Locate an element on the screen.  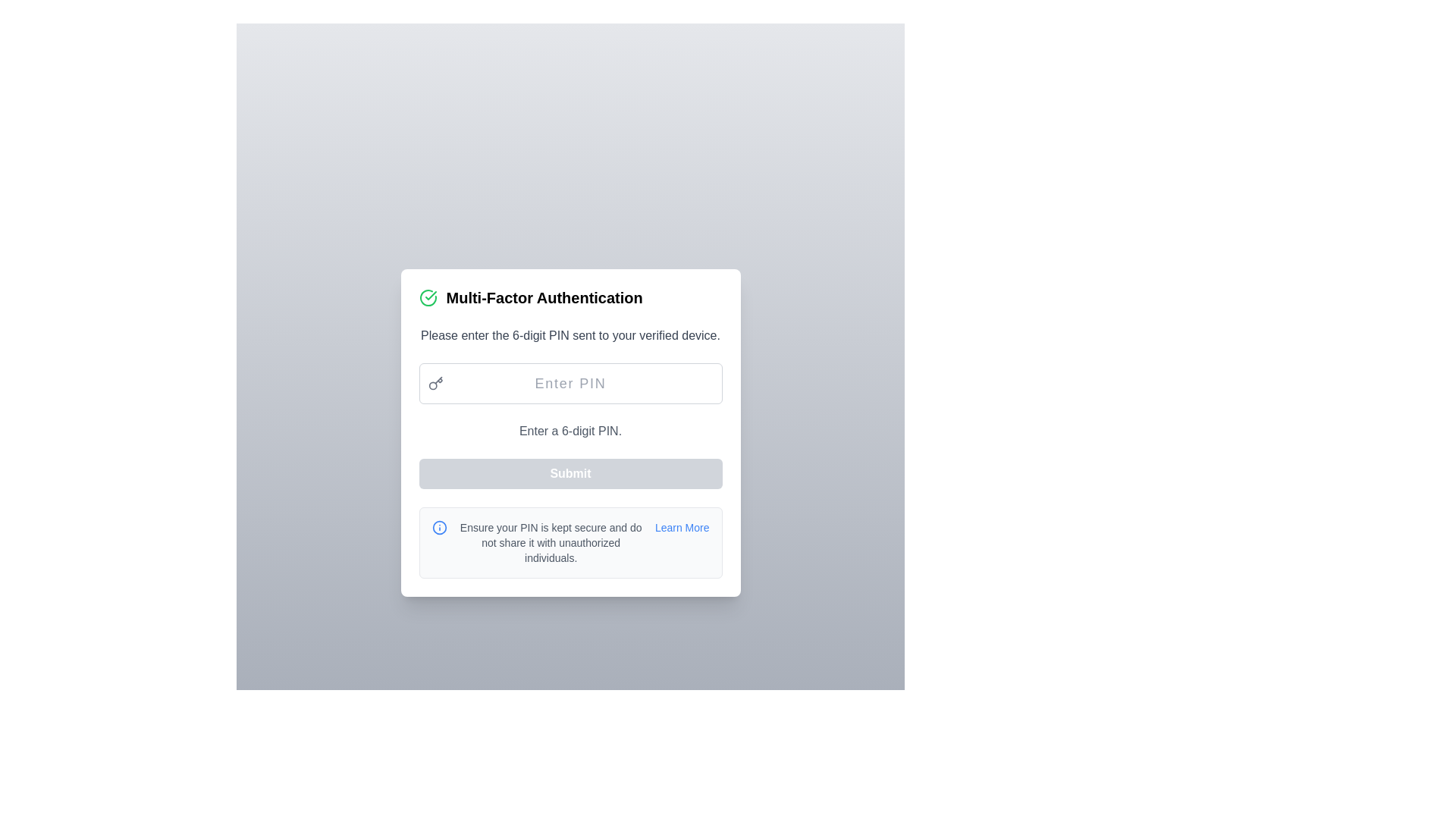
the information or alert icon located at the leftmost side of the section, aligned horizontally with the text 'Ensure your PIN is kept secure and do not share it with unauthorized individuals.' is located at coordinates (438, 526).